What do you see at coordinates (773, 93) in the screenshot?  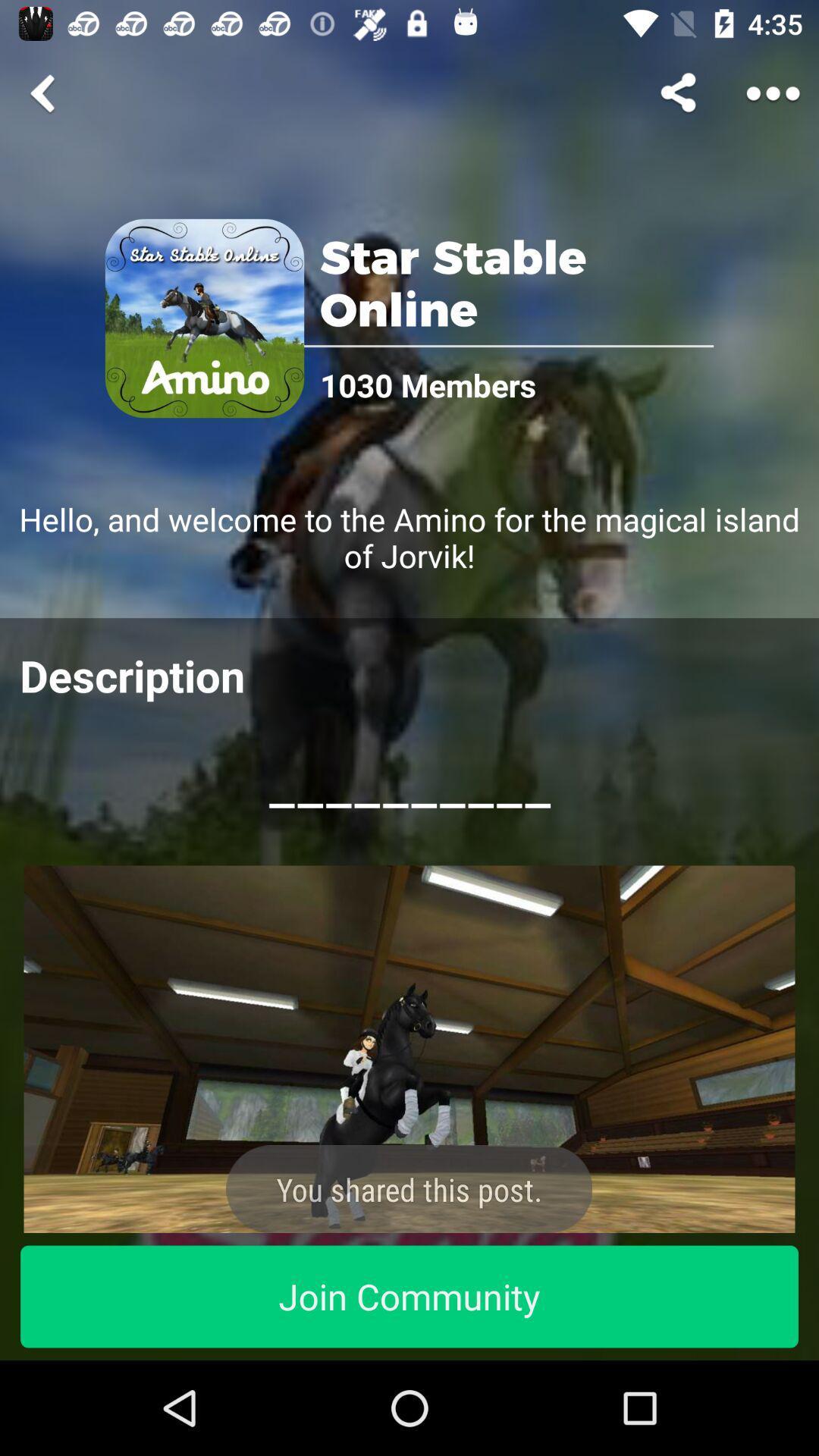 I see `the more icon` at bounding box center [773, 93].